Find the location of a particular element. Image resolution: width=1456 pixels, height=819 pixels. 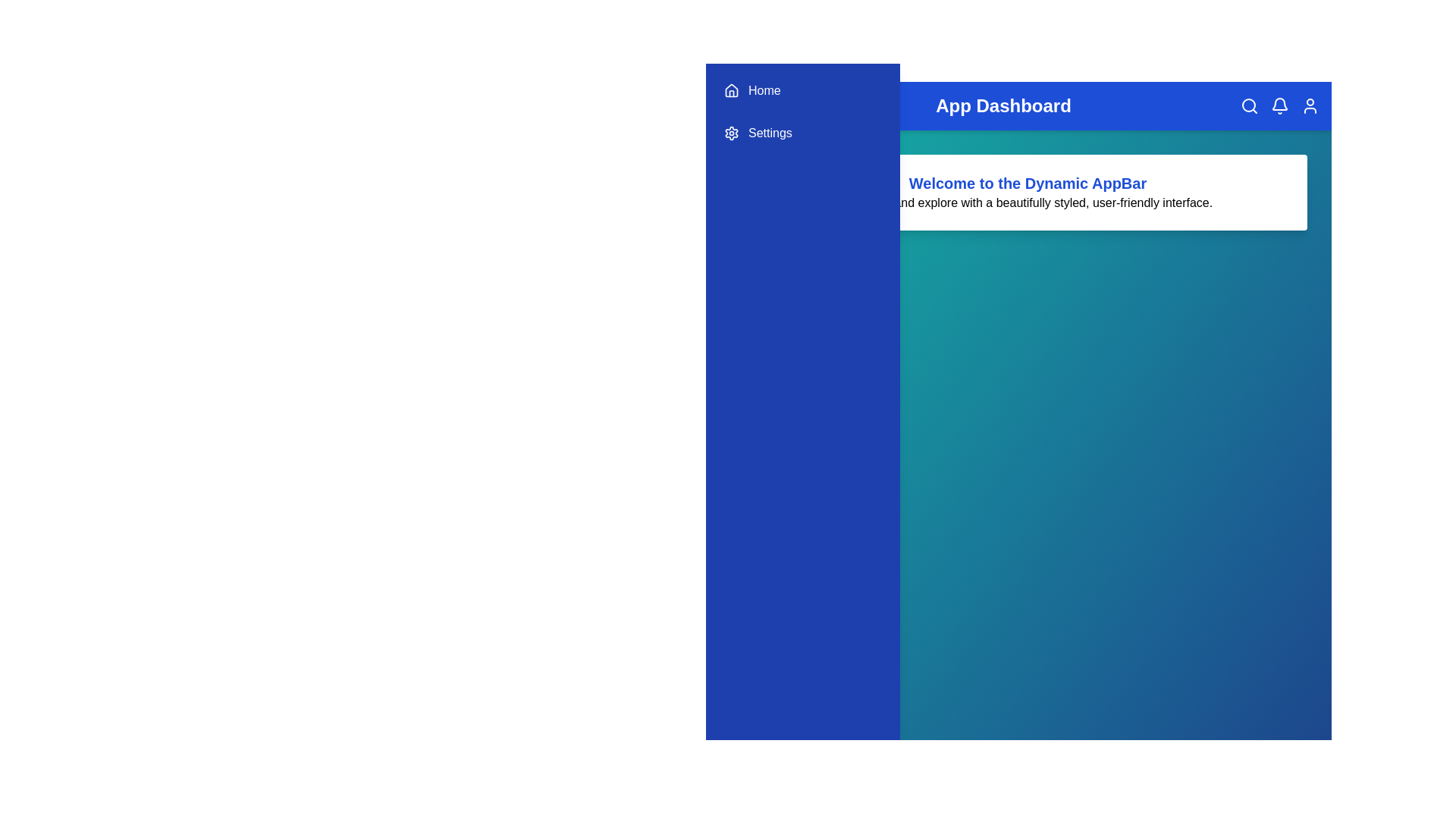

the 'Home' menu item in the sidebar navigation is located at coordinates (802, 90).